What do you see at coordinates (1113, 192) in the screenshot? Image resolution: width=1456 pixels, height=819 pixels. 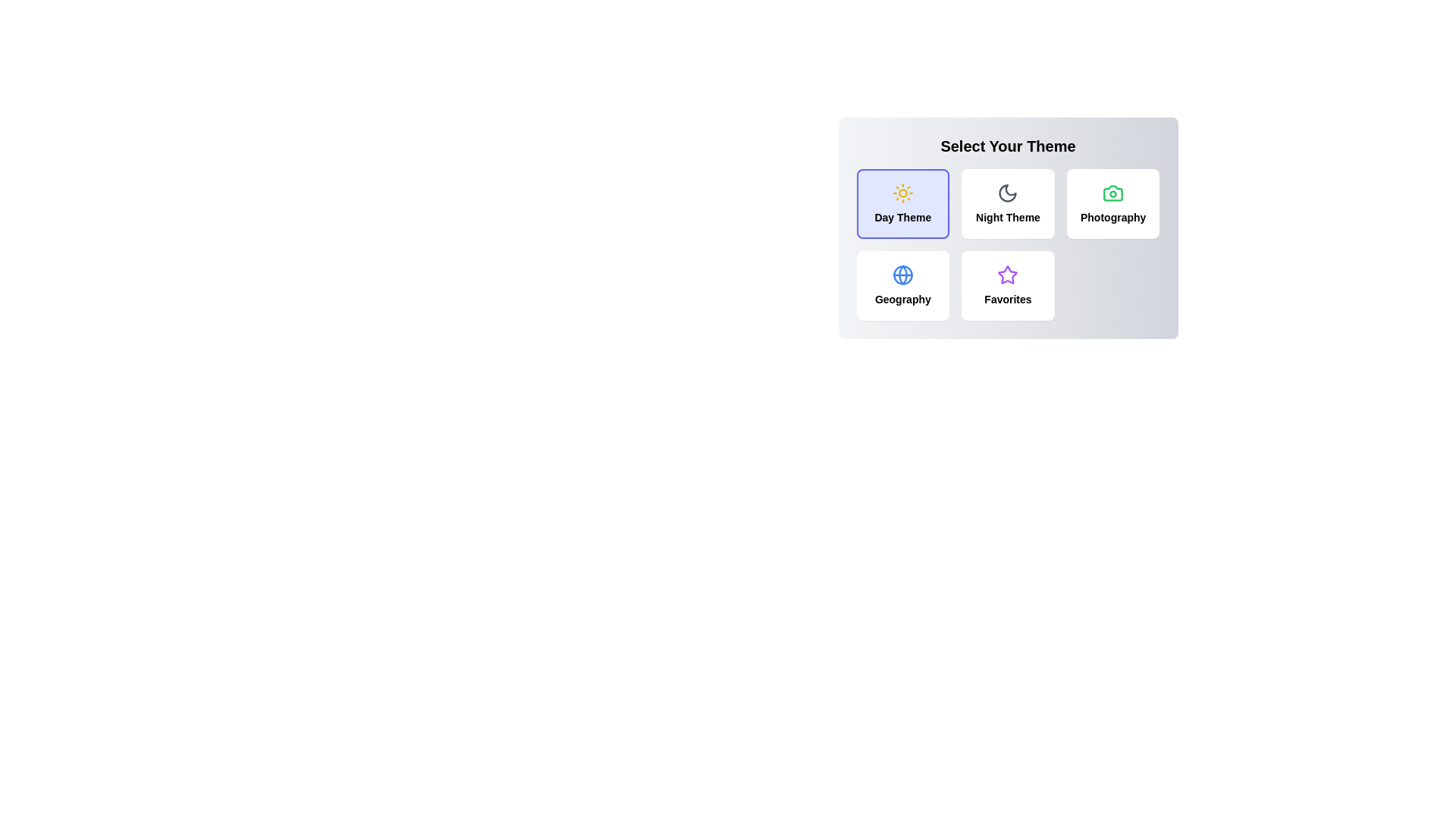 I see `the green camera icon located in the top-right section of the 'Select Your Theme' dialog interface, which is associated with the 'Photography' option` at bounding box center [1113, 192].